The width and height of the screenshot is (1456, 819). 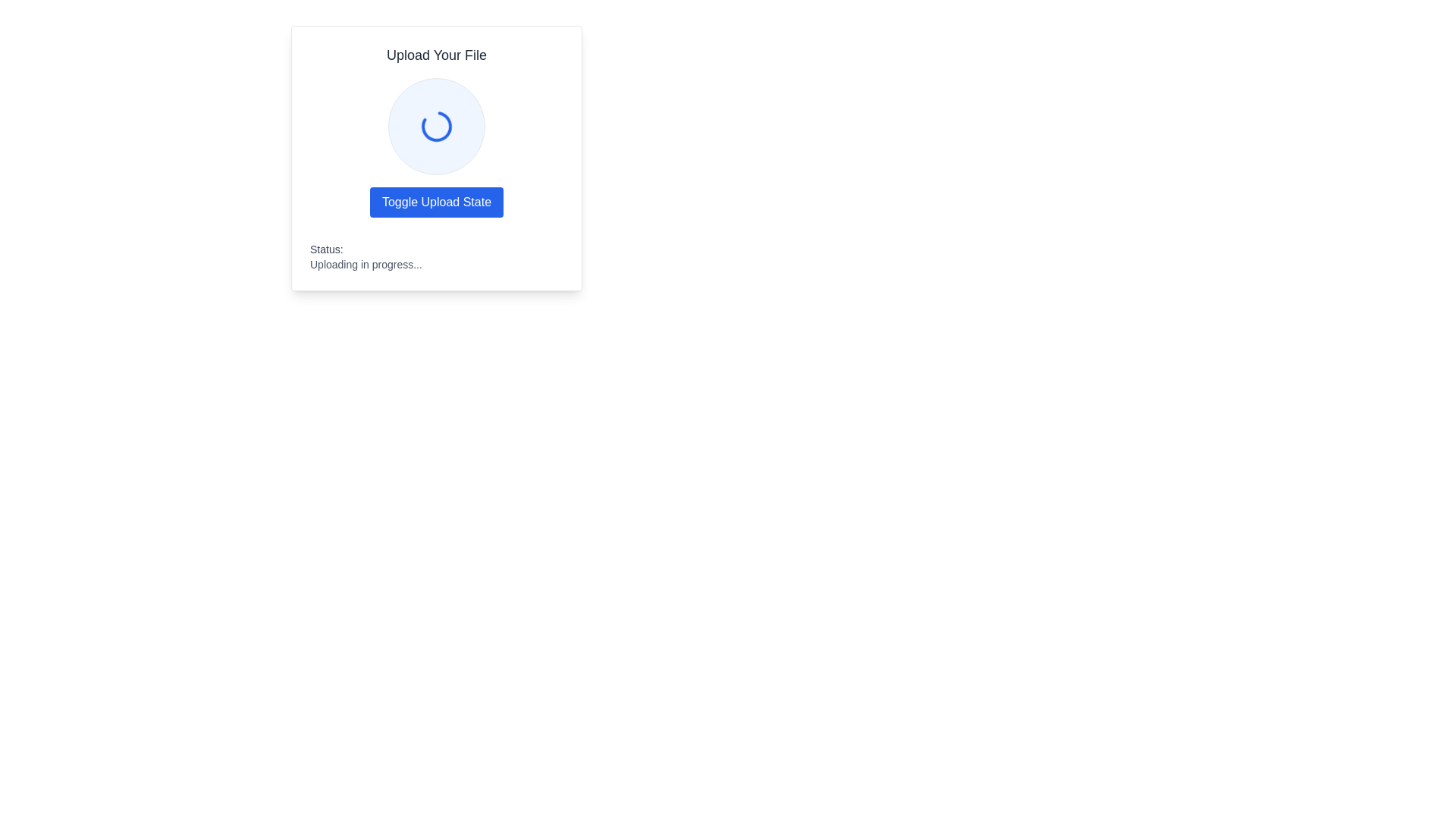 I want to click on the 'Toggle Upload State' button with white text on a blue background by, so click(x=436, y=201).